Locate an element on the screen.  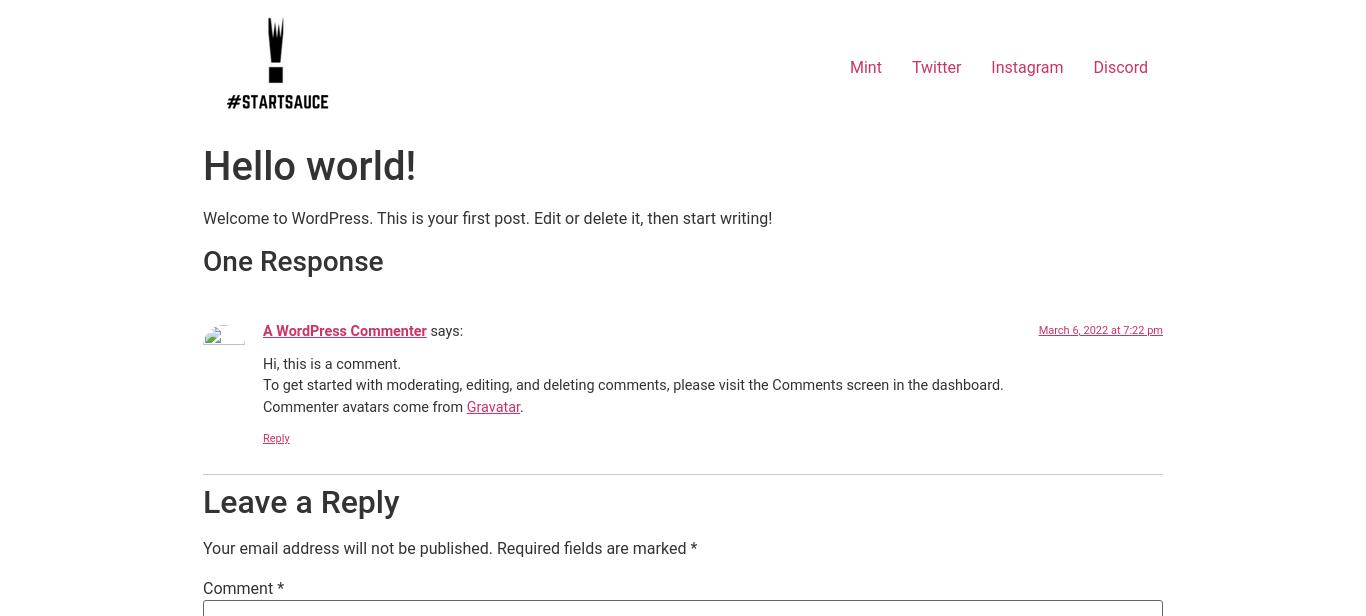
'A WordPress Commenter' is located at coordinates (343, 330).